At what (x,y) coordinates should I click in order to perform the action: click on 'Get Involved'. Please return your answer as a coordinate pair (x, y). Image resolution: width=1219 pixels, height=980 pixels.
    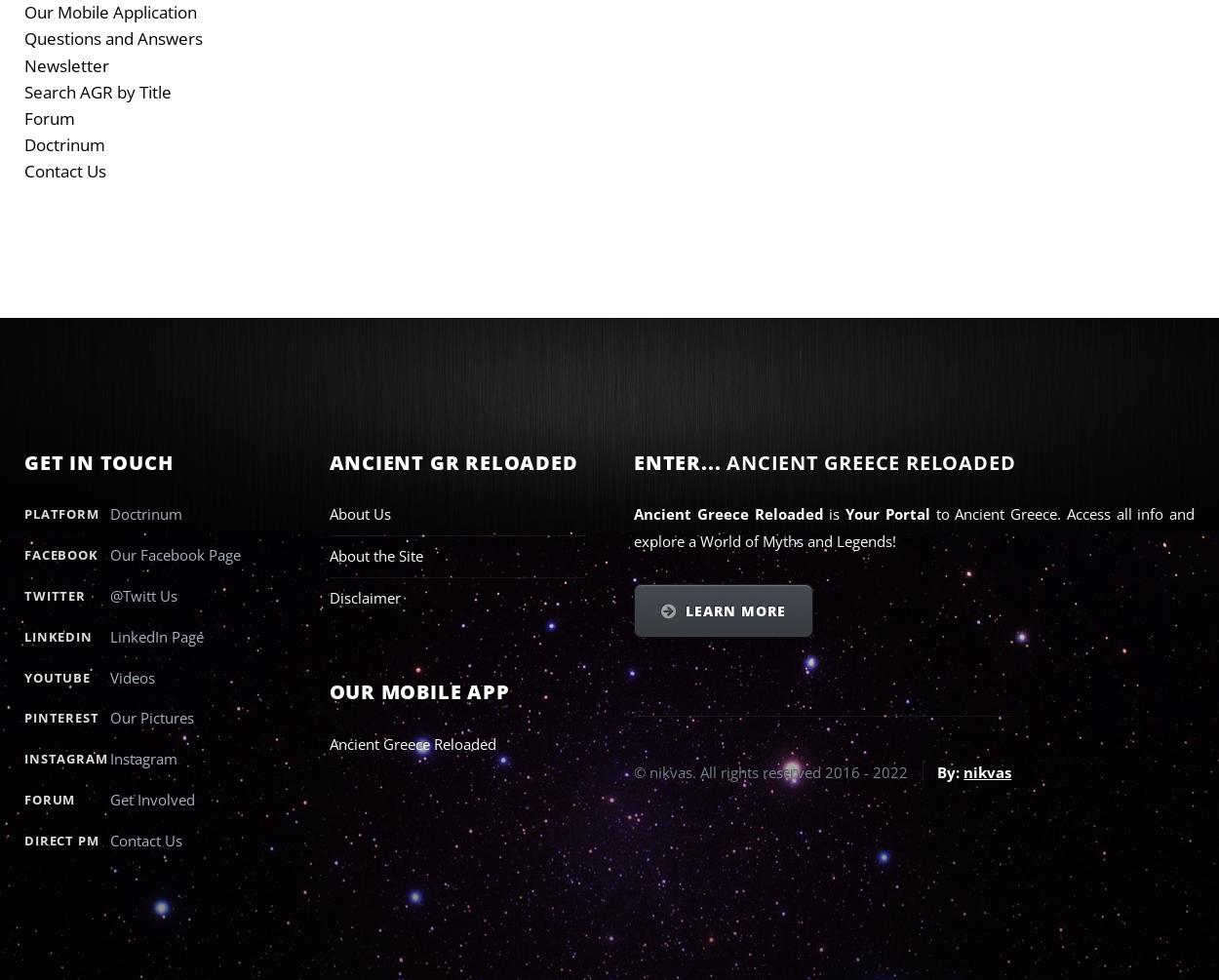
    Looking at the image, I should click on (152, 798).